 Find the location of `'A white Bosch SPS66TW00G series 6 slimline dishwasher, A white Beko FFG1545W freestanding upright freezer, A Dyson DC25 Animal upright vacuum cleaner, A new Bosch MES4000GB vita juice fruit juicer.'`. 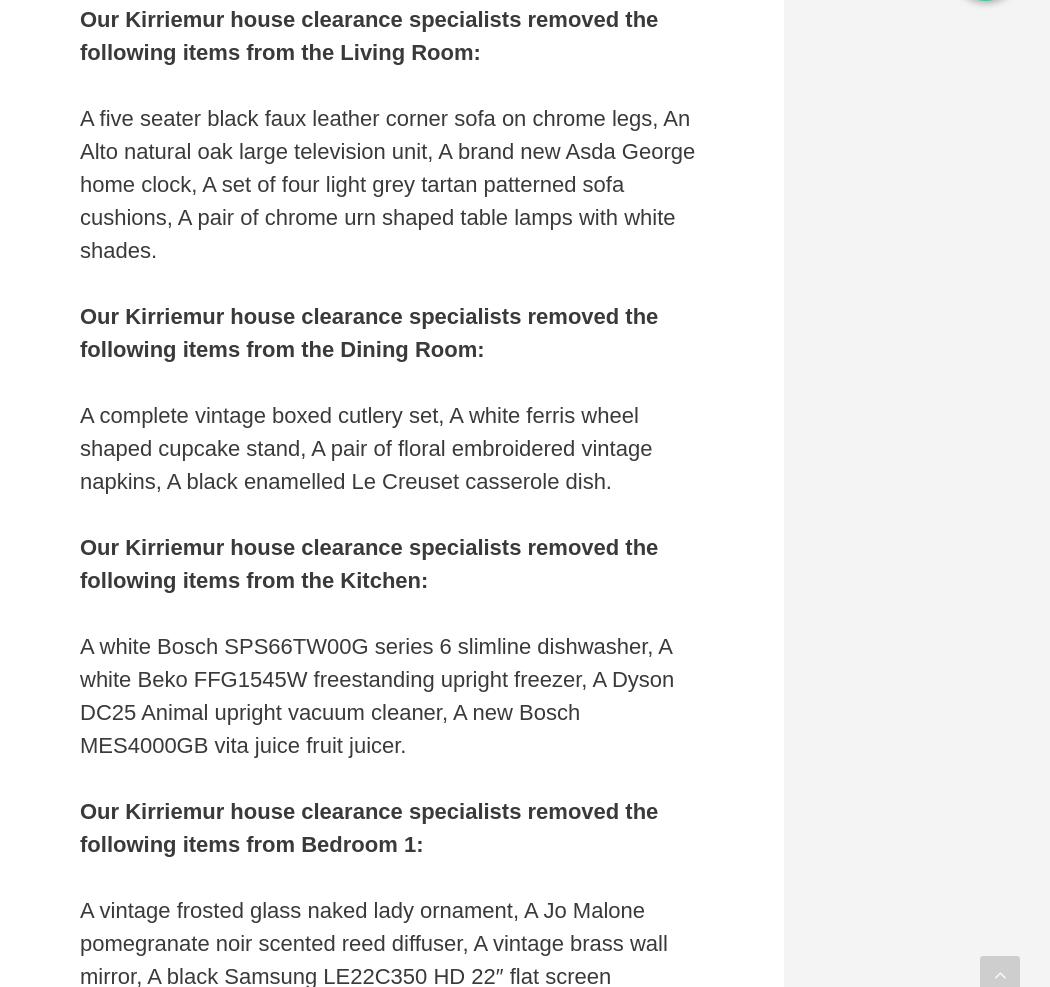

'A white Bosch SPS66TW00G series 6 slimline dishwasher, A white Beko FFG1545W freestanding upright freezer, A Dyson DC25 Animal upright vacuum cleaner, A new Bosch MES4000GB vita juice fruit juicer.' is located at coordinates (80, 695).